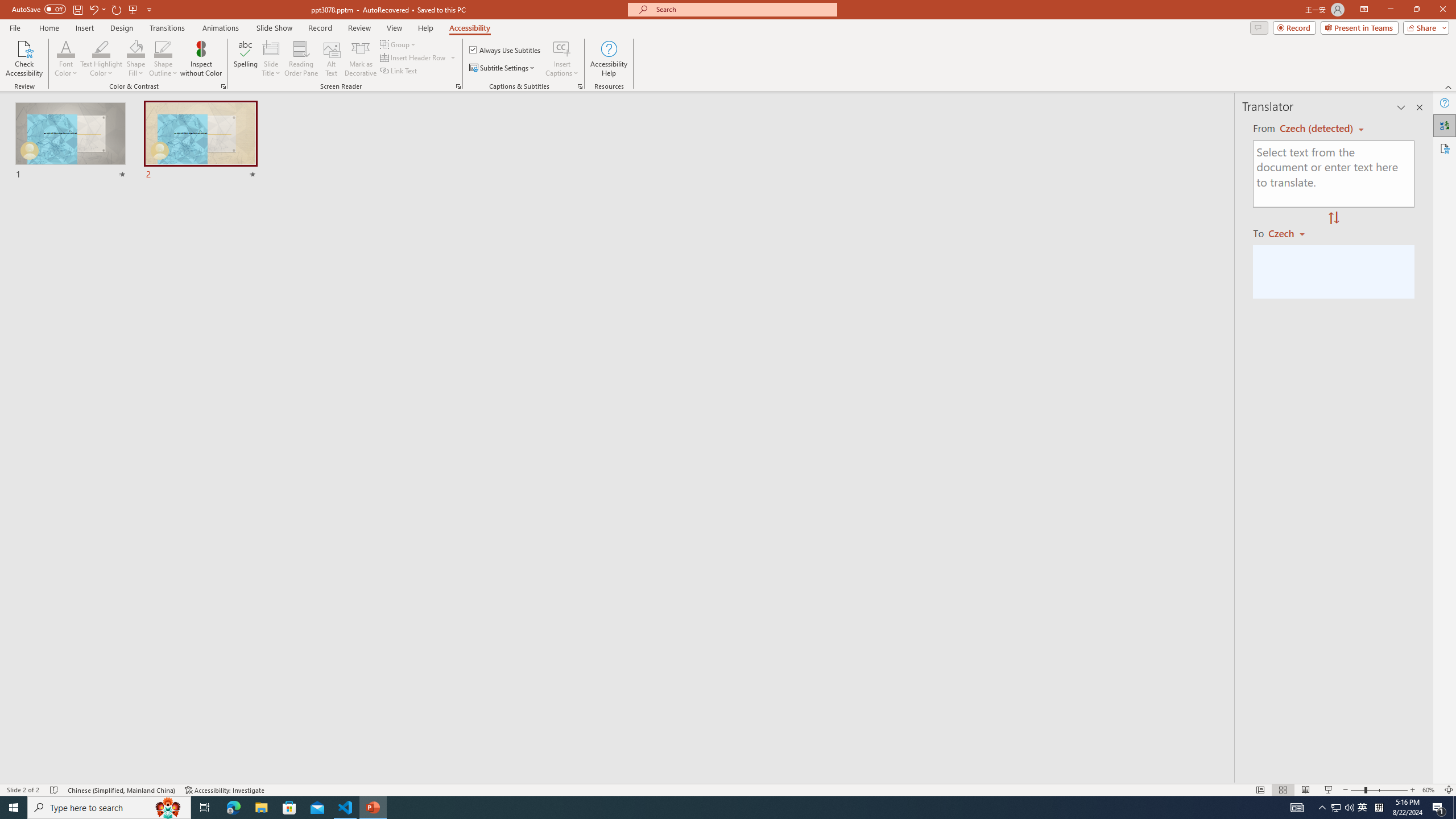 The width and height of the screenshot is (1456, 819). I want to click on 'Insert Captions', so click(561, 59).